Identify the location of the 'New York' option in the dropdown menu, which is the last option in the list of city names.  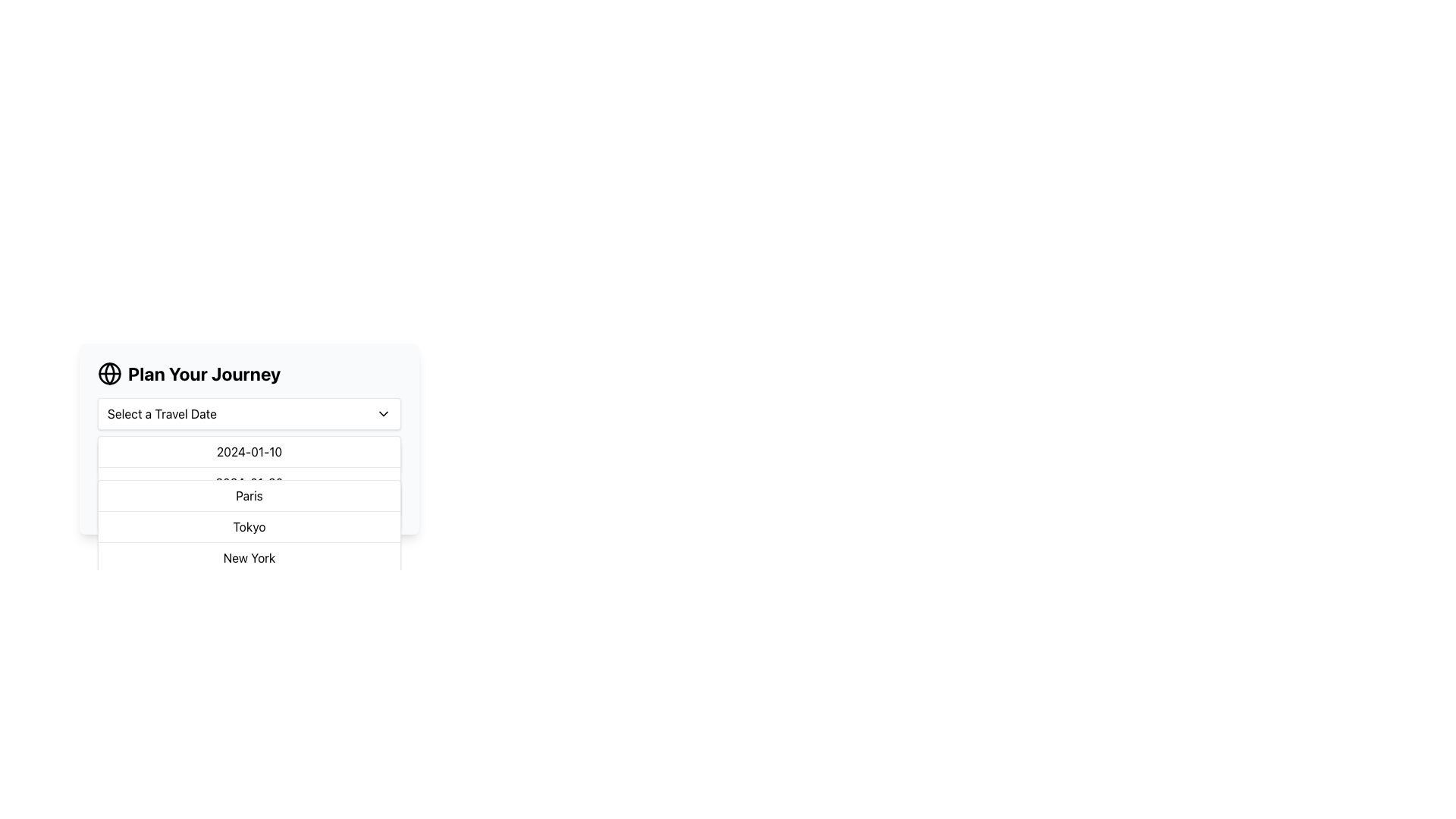
(249, 557).